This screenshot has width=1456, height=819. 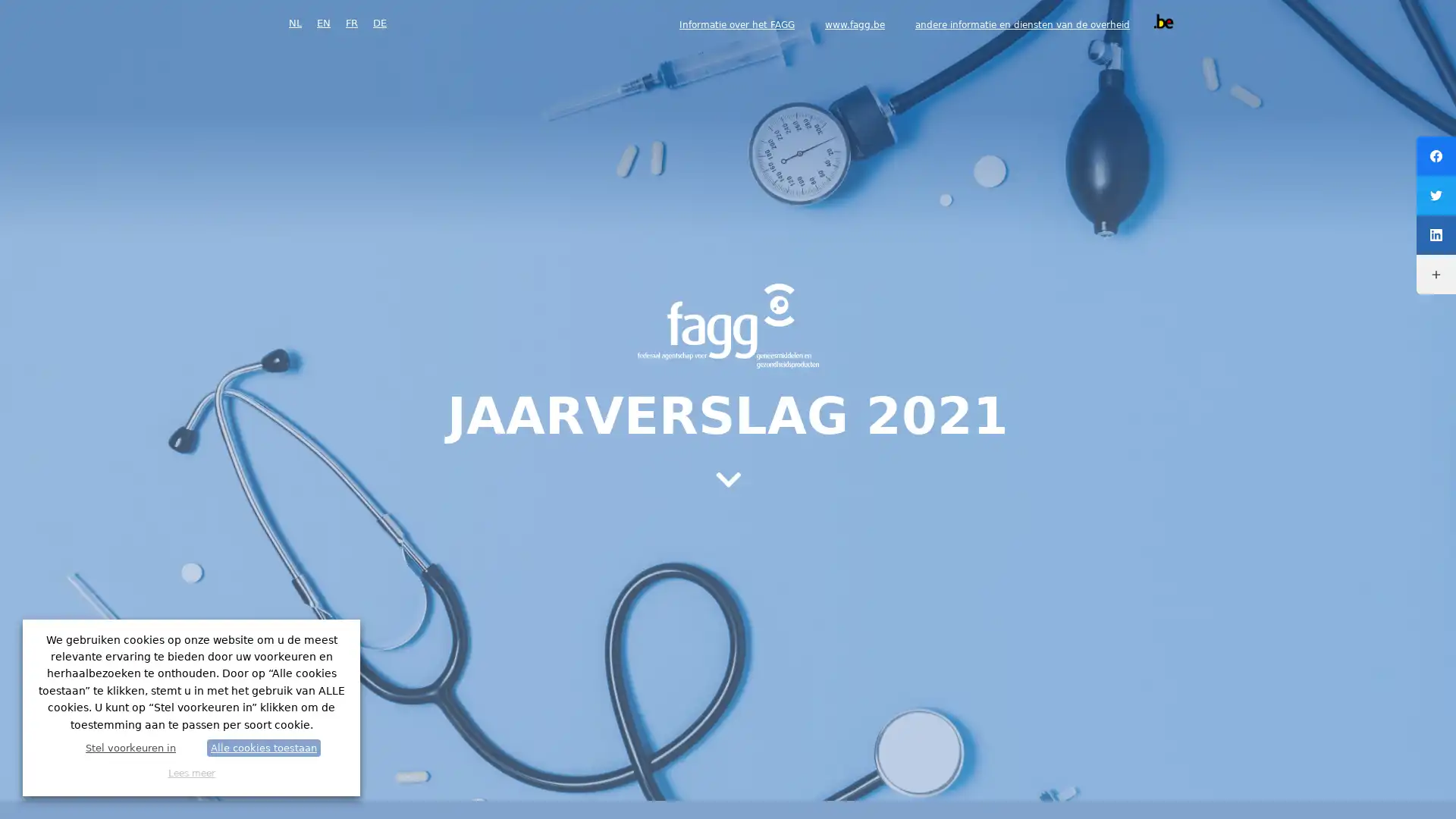 What do you see at coordinates (263, 747) in the screenshot?
I see `Alle cookies toestaan` at bounding box center [263, 747].